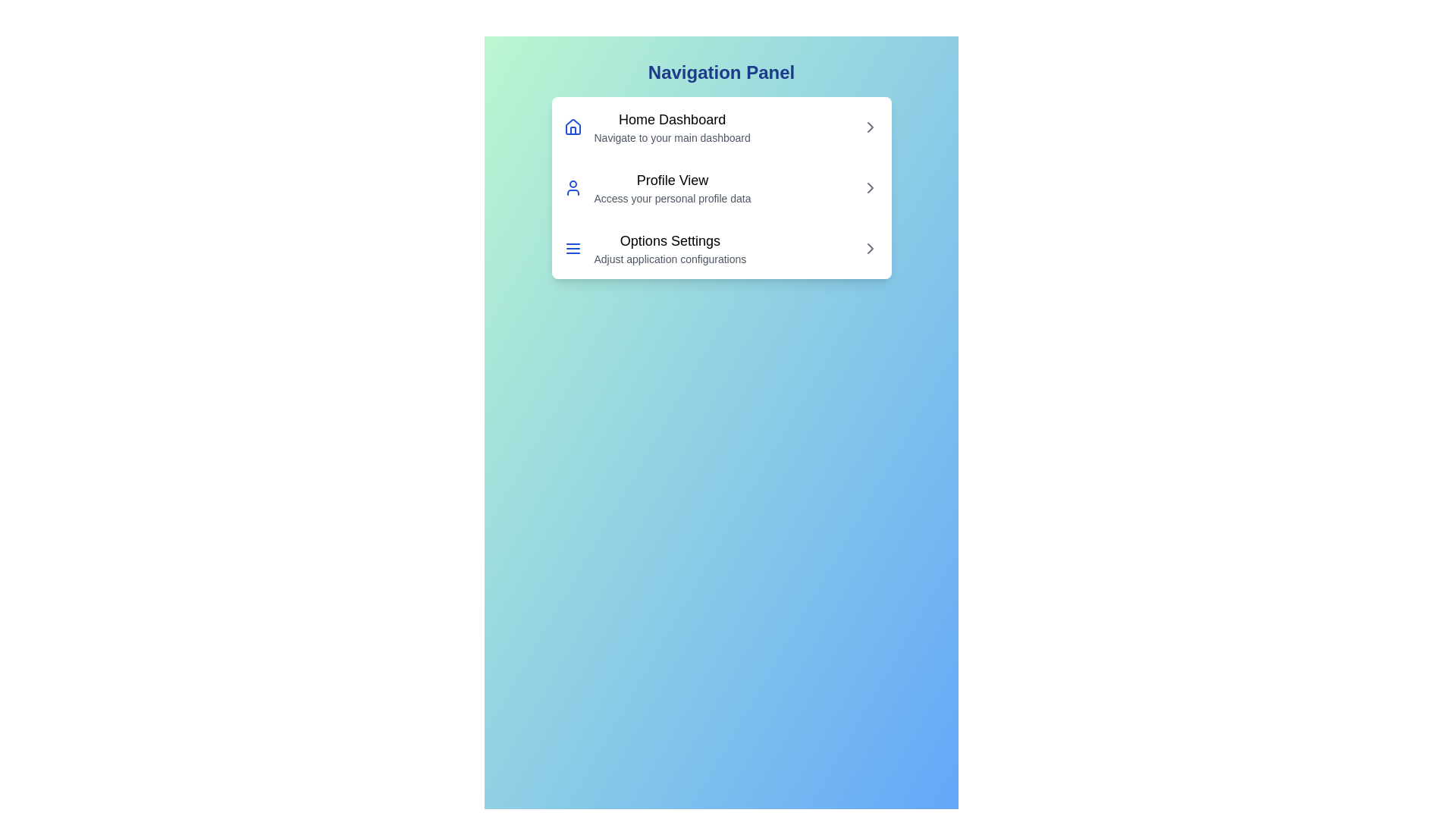 The height and width of the screenshot is (819, 1456). I want to click on the menu item labeled Options Settings, so click(720, 247).